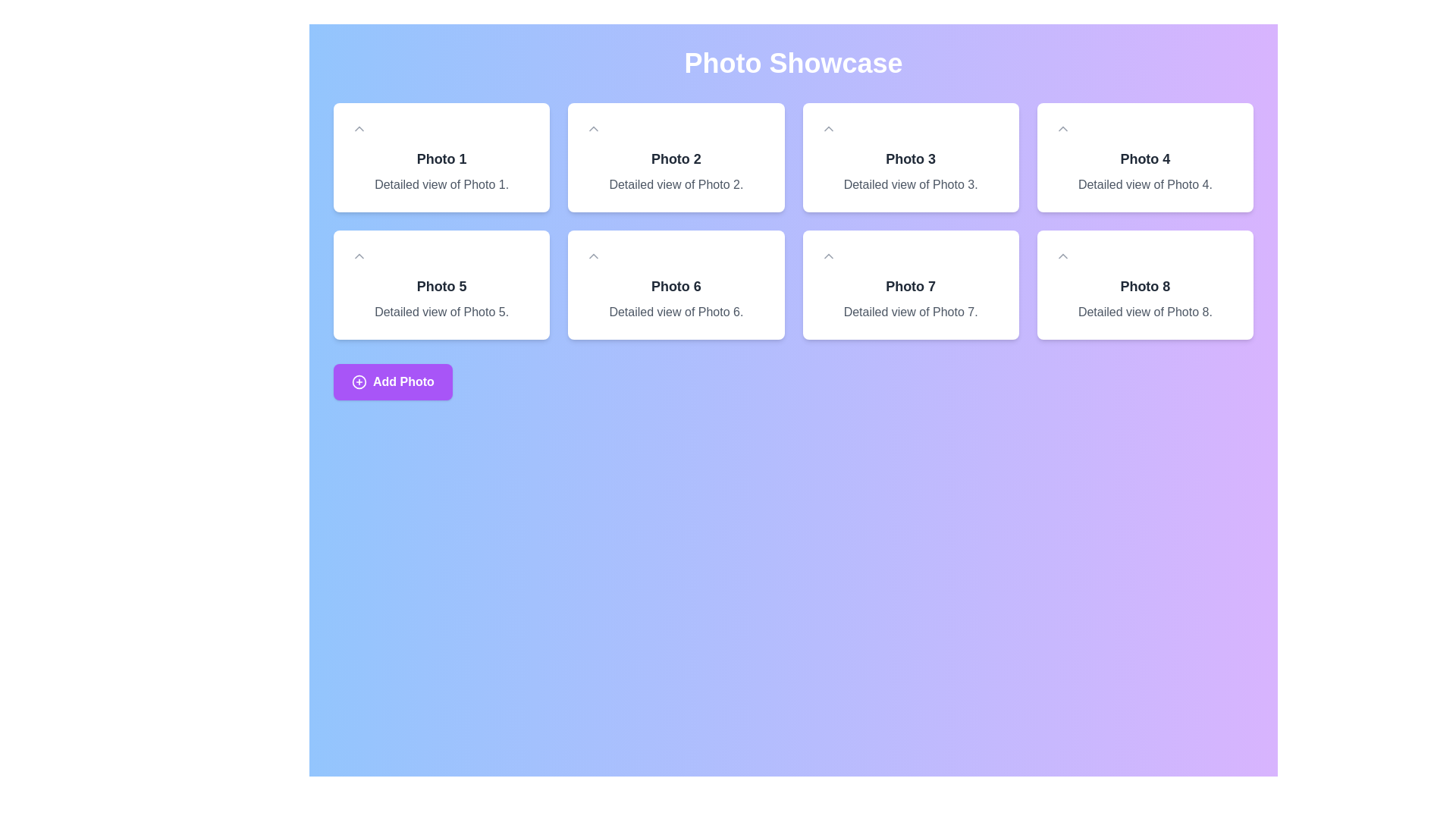 The height and width of the screenshot is (819, 1456). Describe the element at coordinates (441, 158) in the screenshot. I see `the Card displaying 'Photo 1' for navigation purposes` at that location.